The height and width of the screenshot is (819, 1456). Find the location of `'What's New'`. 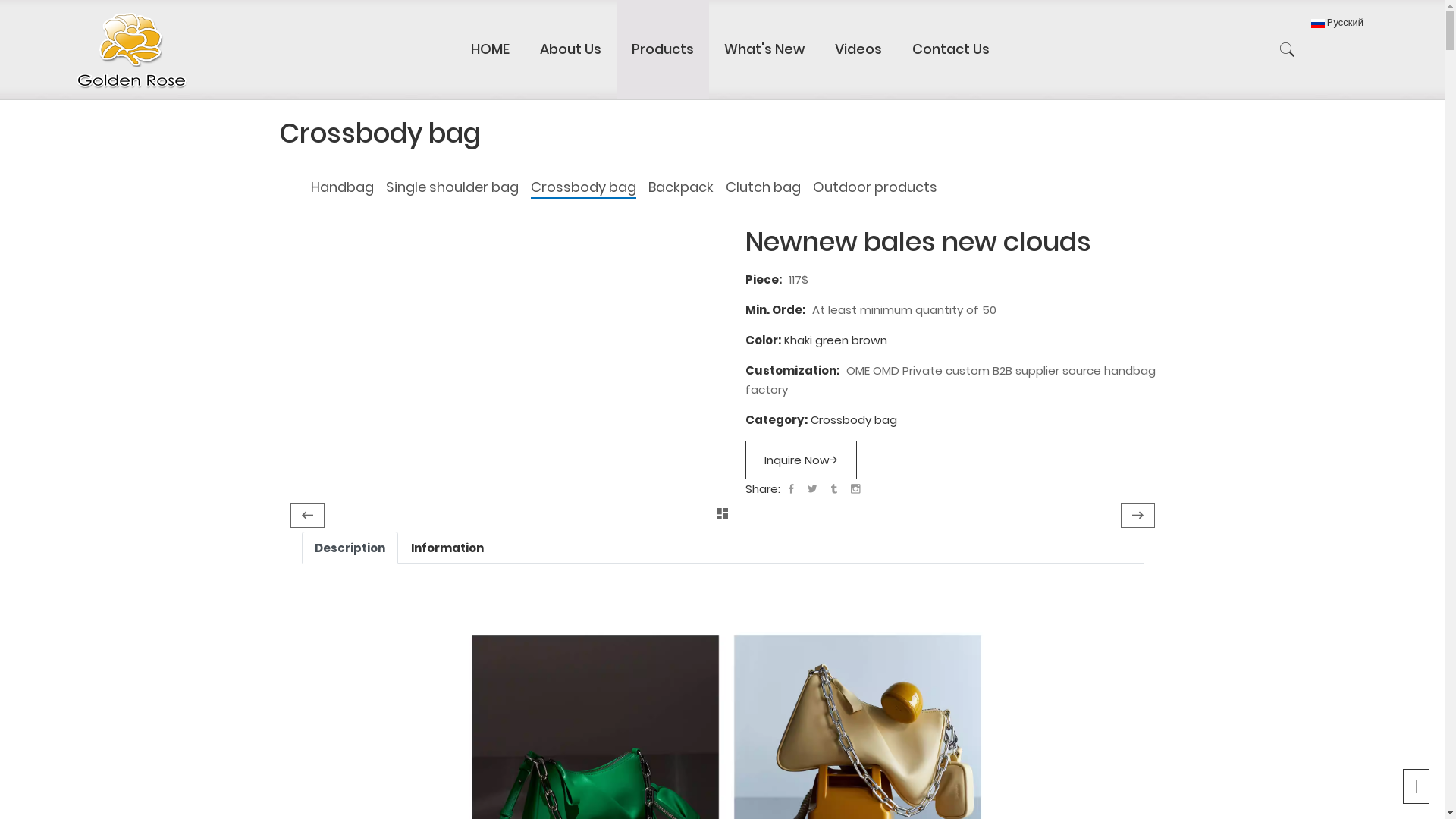

'What's New' is located at coordinates (764, 49).